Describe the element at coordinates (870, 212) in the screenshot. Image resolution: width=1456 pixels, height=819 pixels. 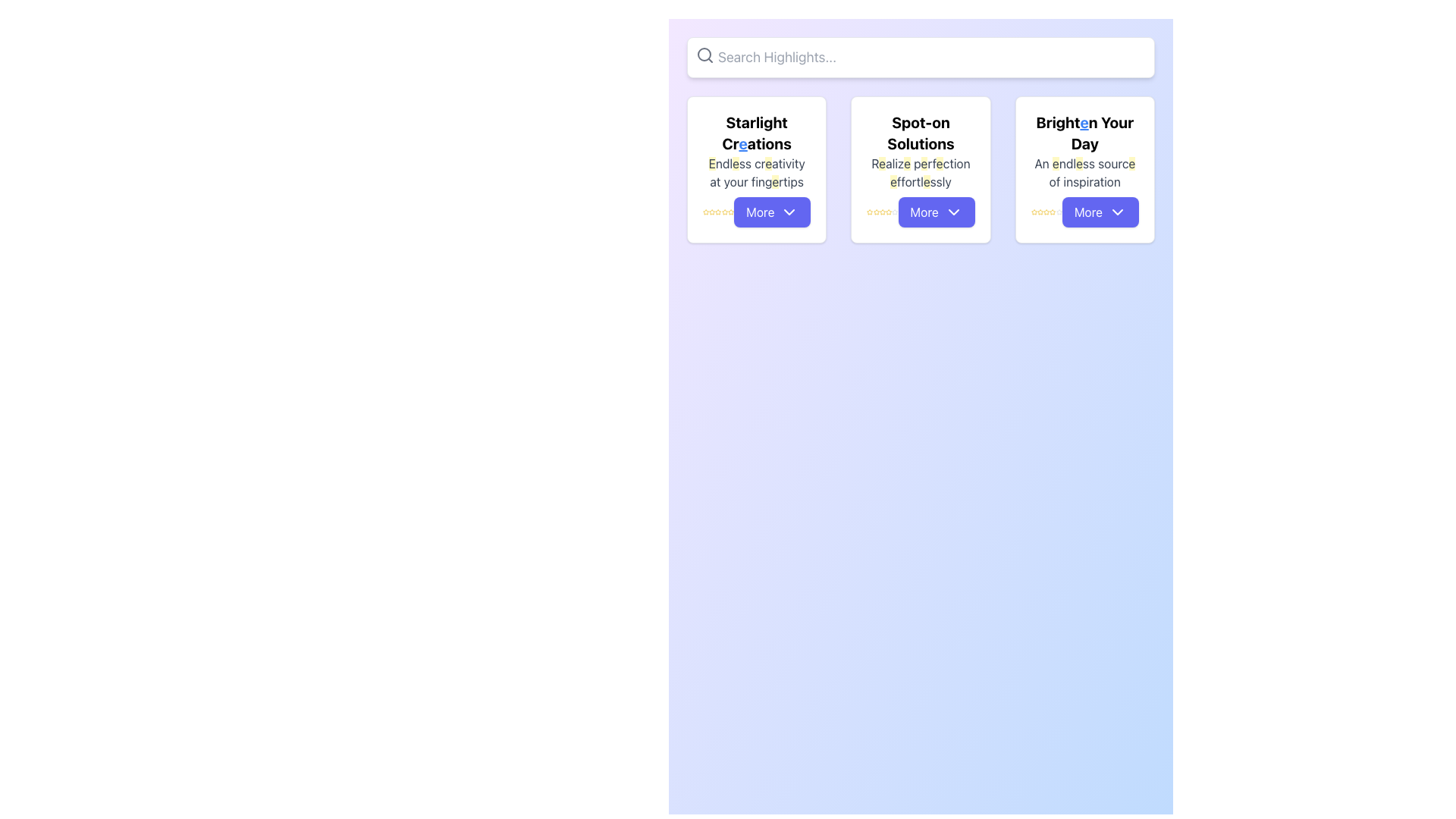
I see `the first star-shaped rating icon, which is yellow and located beneath the text 'Spot-on Solutions' in the middle card of three cards in a grid layout` at that location.